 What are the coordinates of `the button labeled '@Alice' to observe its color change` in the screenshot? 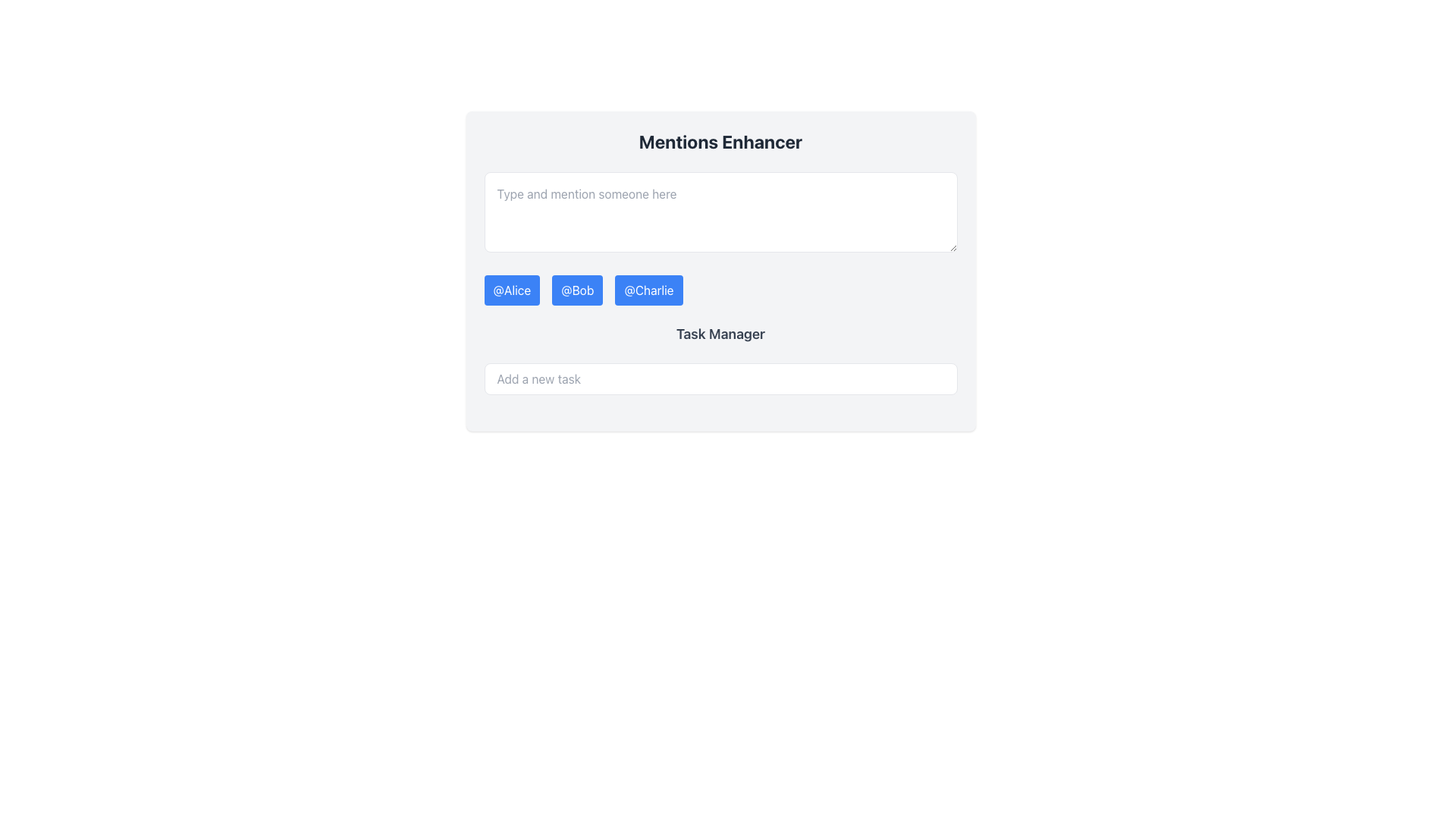 It's located at (512, 290).